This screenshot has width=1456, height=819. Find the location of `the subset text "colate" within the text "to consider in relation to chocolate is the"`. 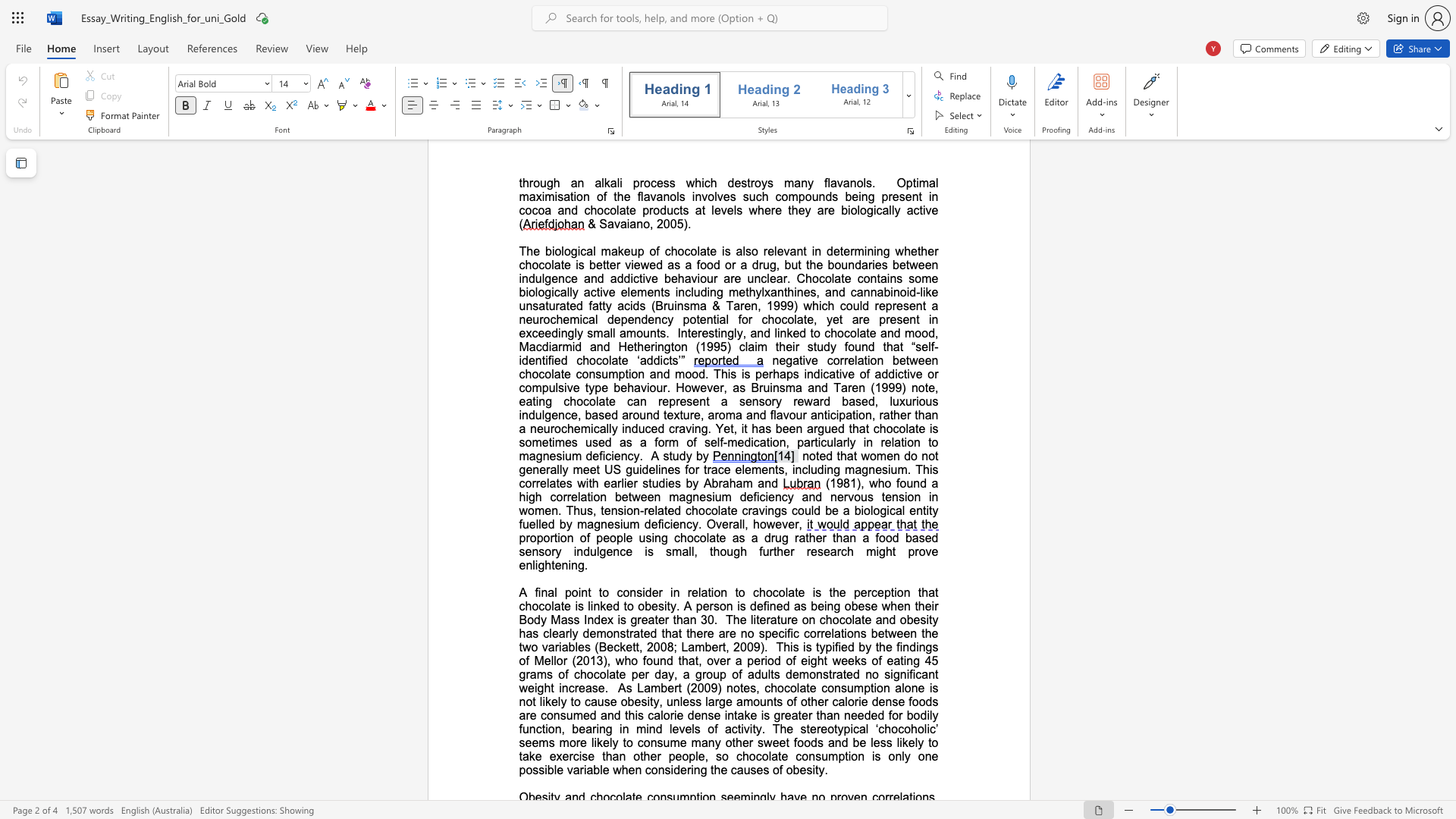

the subset text "colate" within the text "to consider in relation to chocolate is the" is located at coordinates (772, 591).